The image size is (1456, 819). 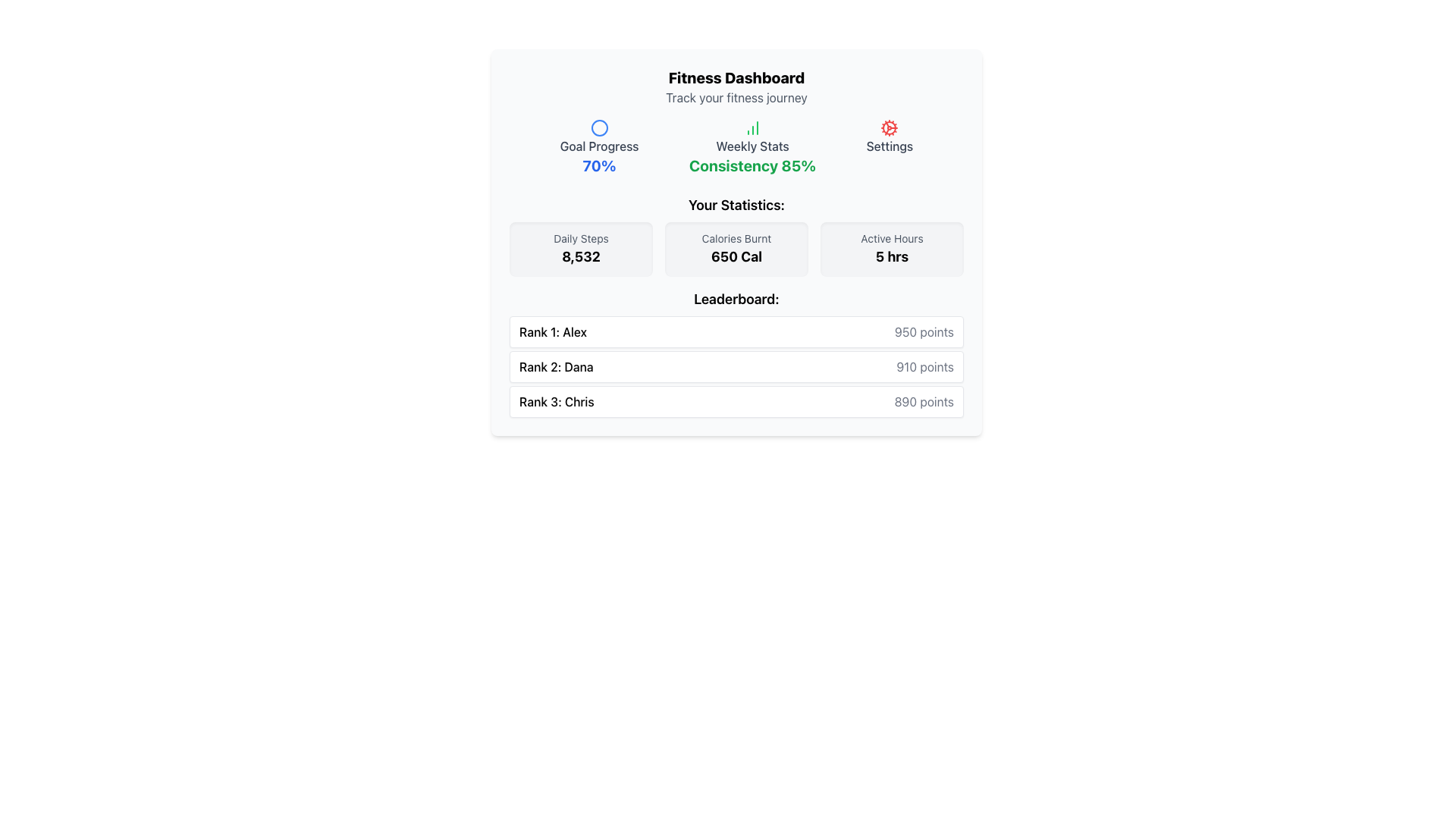 I want to click on the information conveyed by the bold green text label reading 'Consistency 85%' positioned below the 'Weekly Stats' label, so click(x=752, y=166).